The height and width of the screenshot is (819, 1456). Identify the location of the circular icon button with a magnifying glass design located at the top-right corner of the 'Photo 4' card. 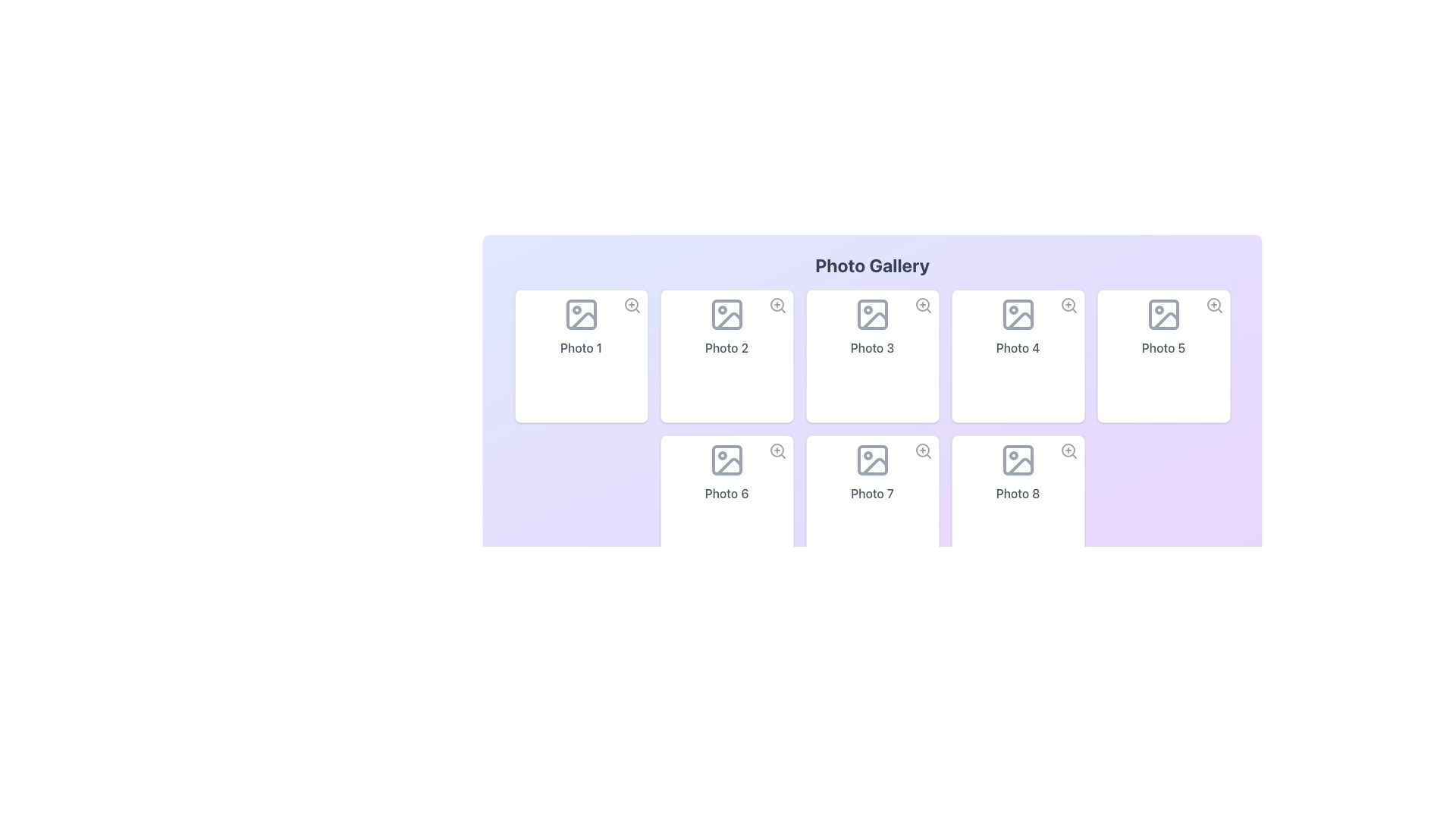
(1068, 305).